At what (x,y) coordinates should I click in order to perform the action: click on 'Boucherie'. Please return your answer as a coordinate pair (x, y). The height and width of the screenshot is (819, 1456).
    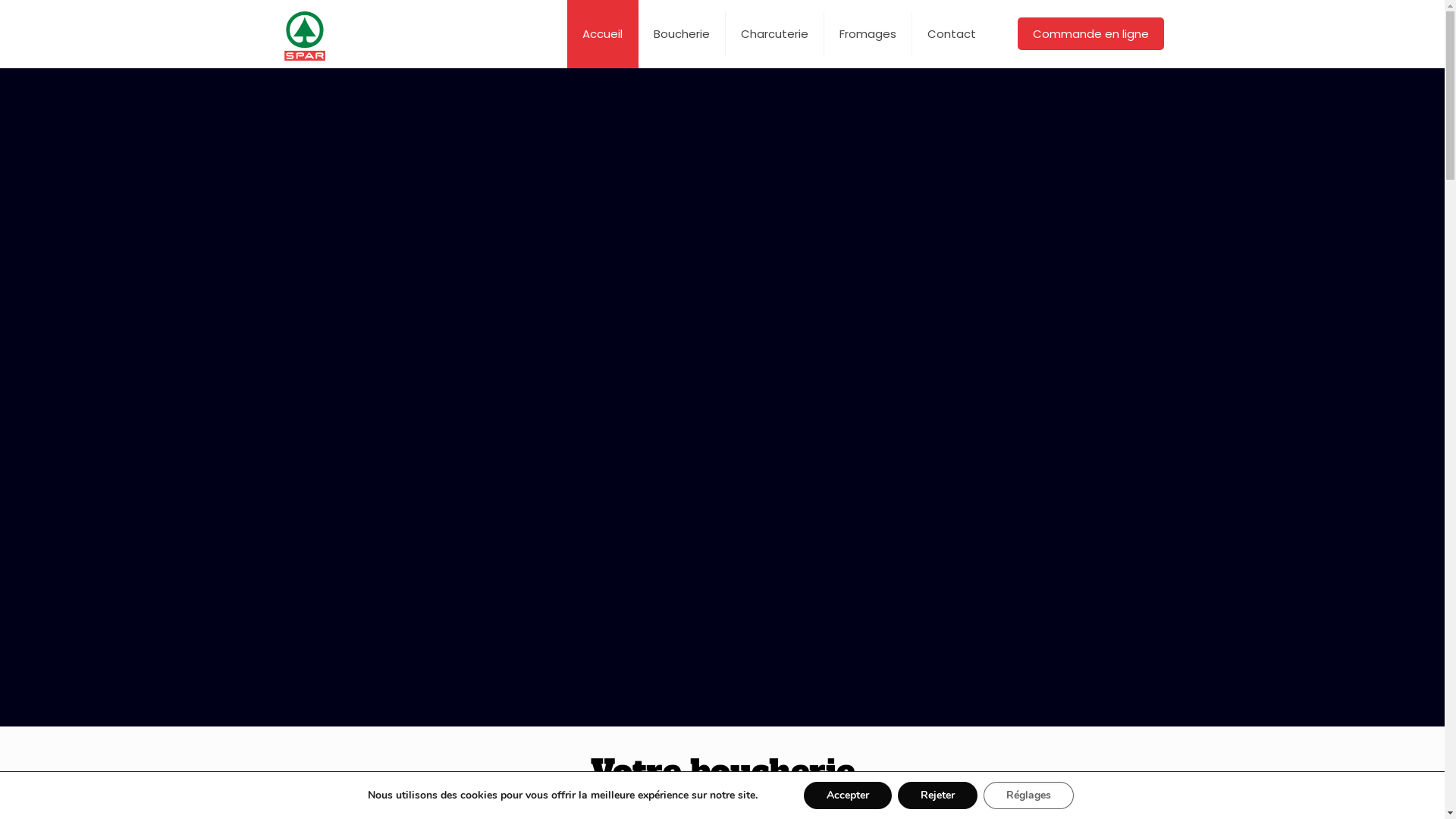
    Looking at the image, I should click on (681, 34).